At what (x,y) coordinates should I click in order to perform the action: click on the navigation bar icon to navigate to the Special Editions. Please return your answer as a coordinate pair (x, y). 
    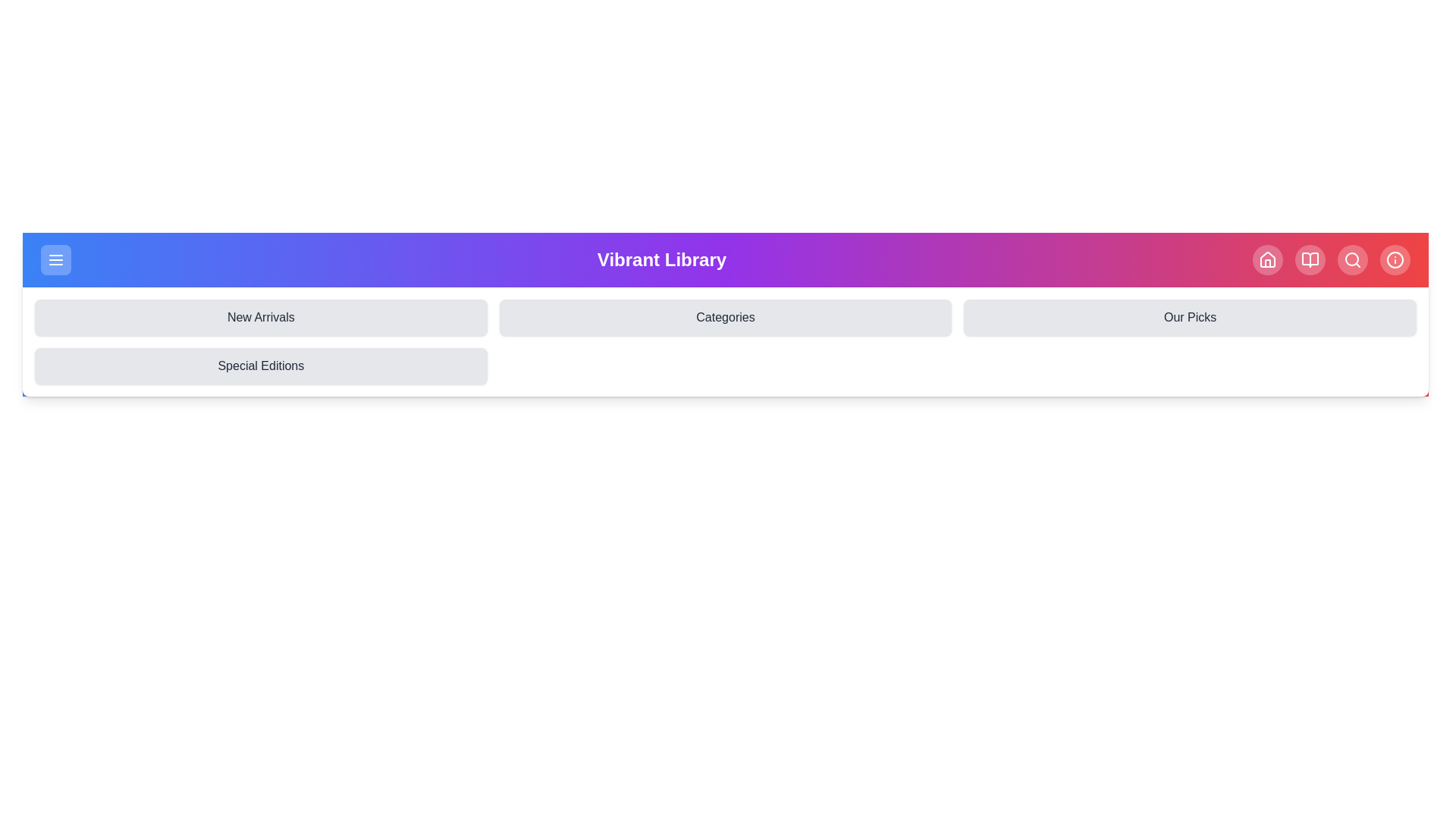
    Looking at the image, I should click on (261, 366).